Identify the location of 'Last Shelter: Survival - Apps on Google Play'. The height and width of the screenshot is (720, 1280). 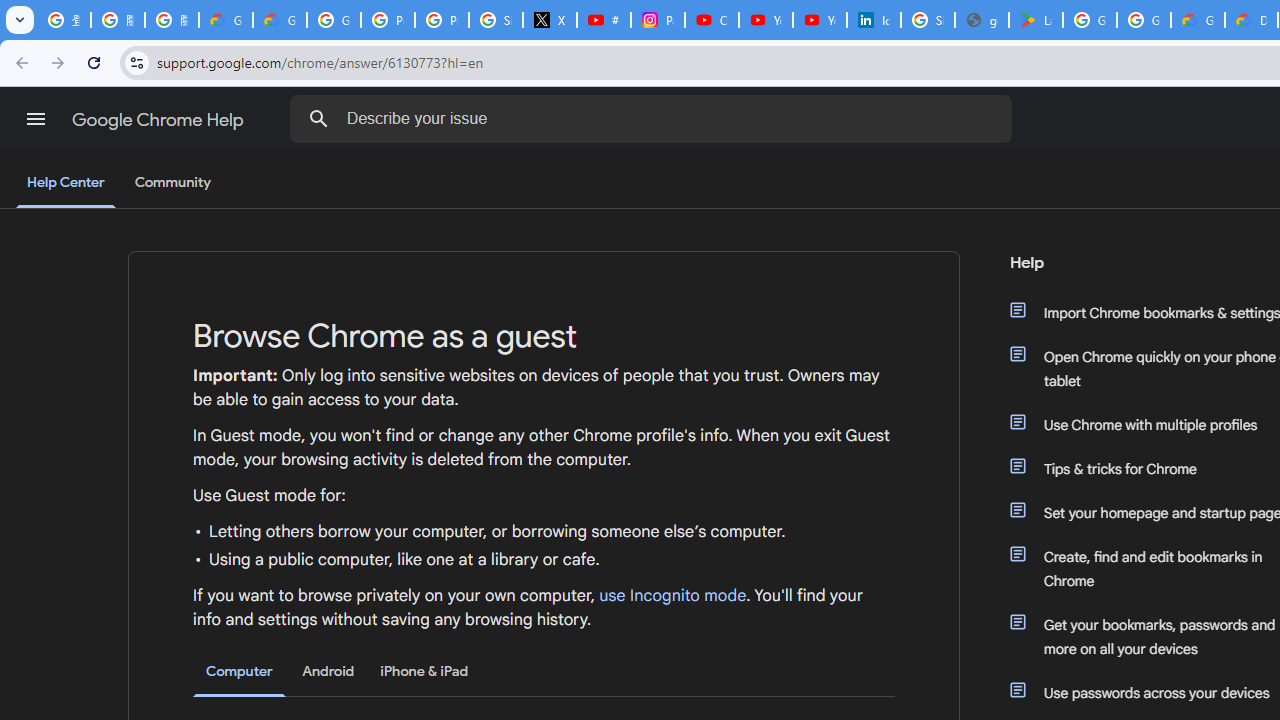
(1036, 20).